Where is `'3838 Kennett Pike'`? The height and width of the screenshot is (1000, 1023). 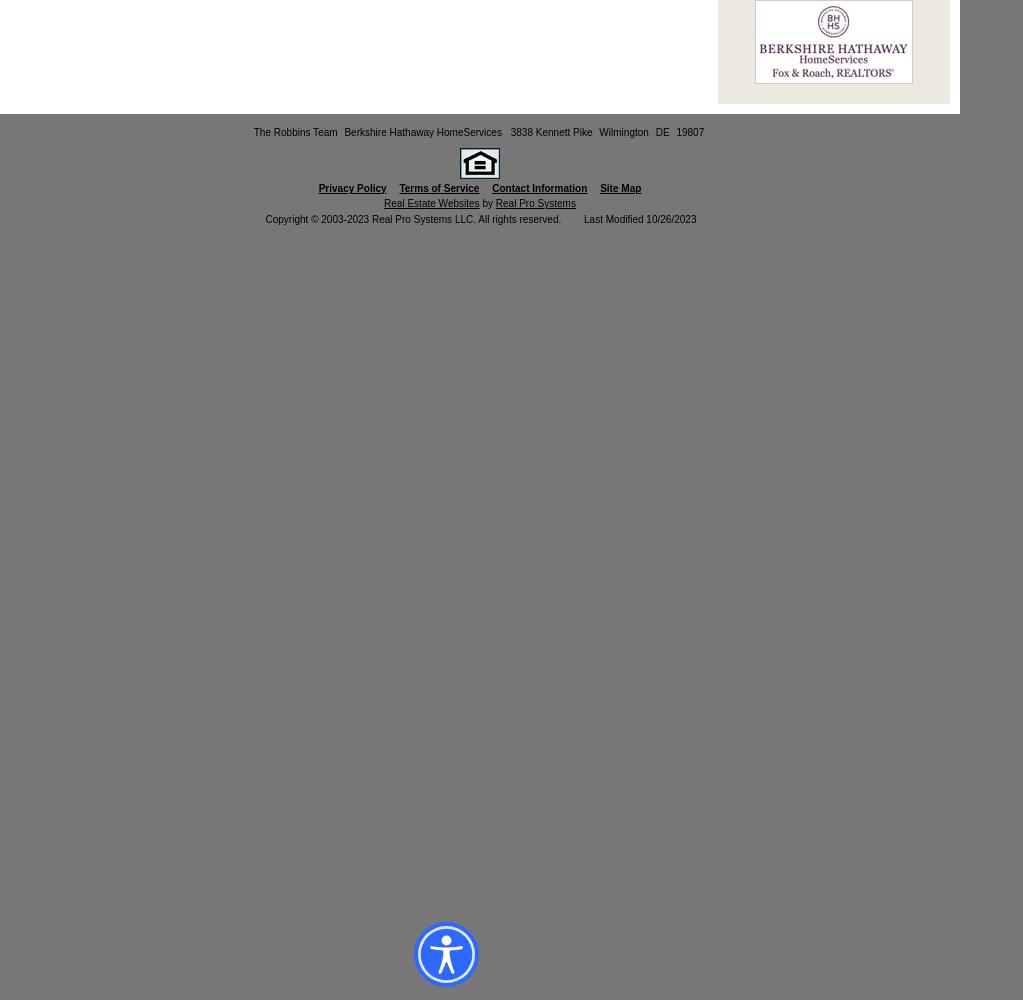 '3838 Kennett Pike' is located at coordinates (552, 132).